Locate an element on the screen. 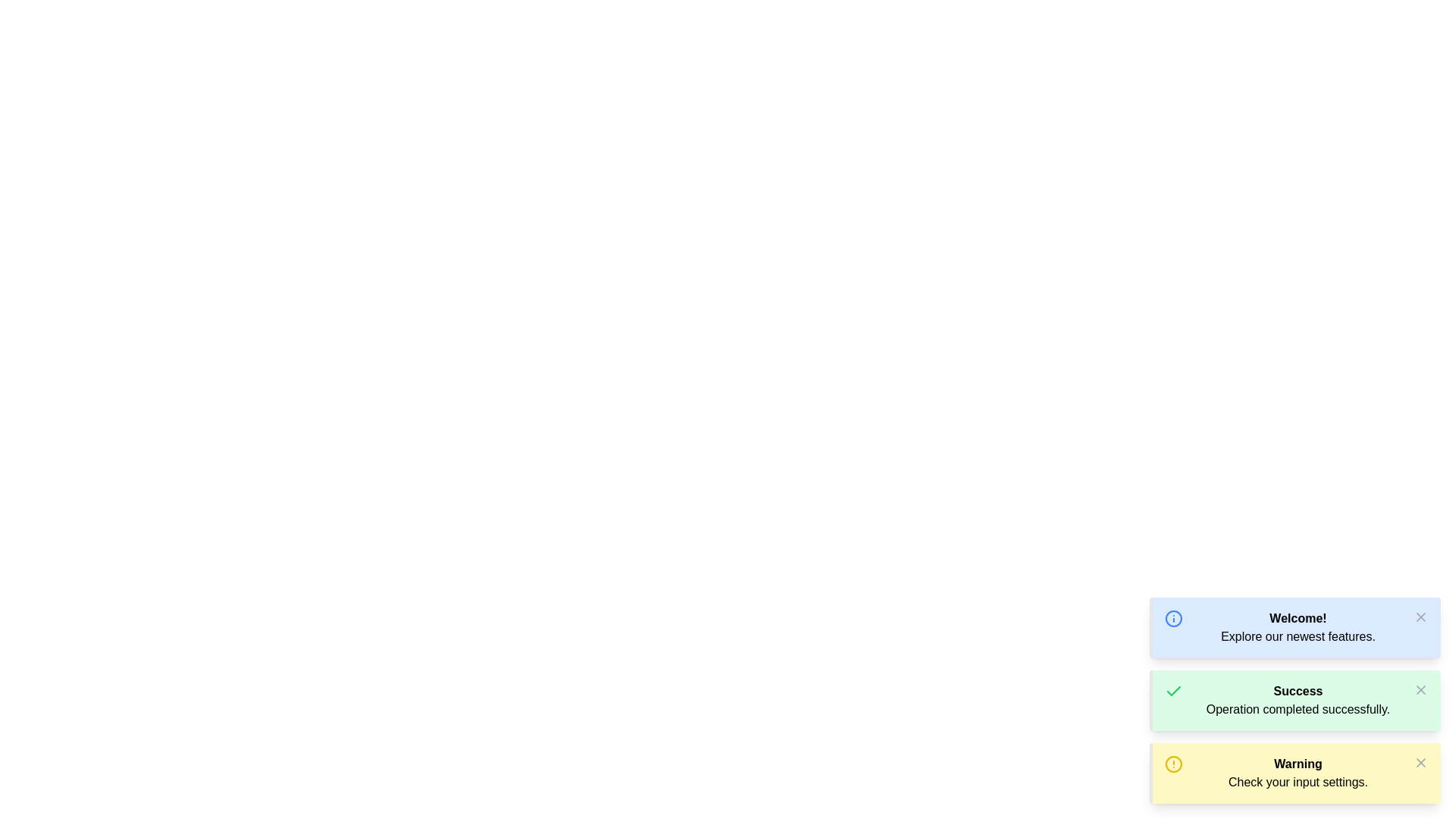 This screenshot has width=1456, height=819. the icon located at the top-left corner of the blue notification card containing the text 'Welcome! Explore our newest features.' is located at coordinates (1173, 619).